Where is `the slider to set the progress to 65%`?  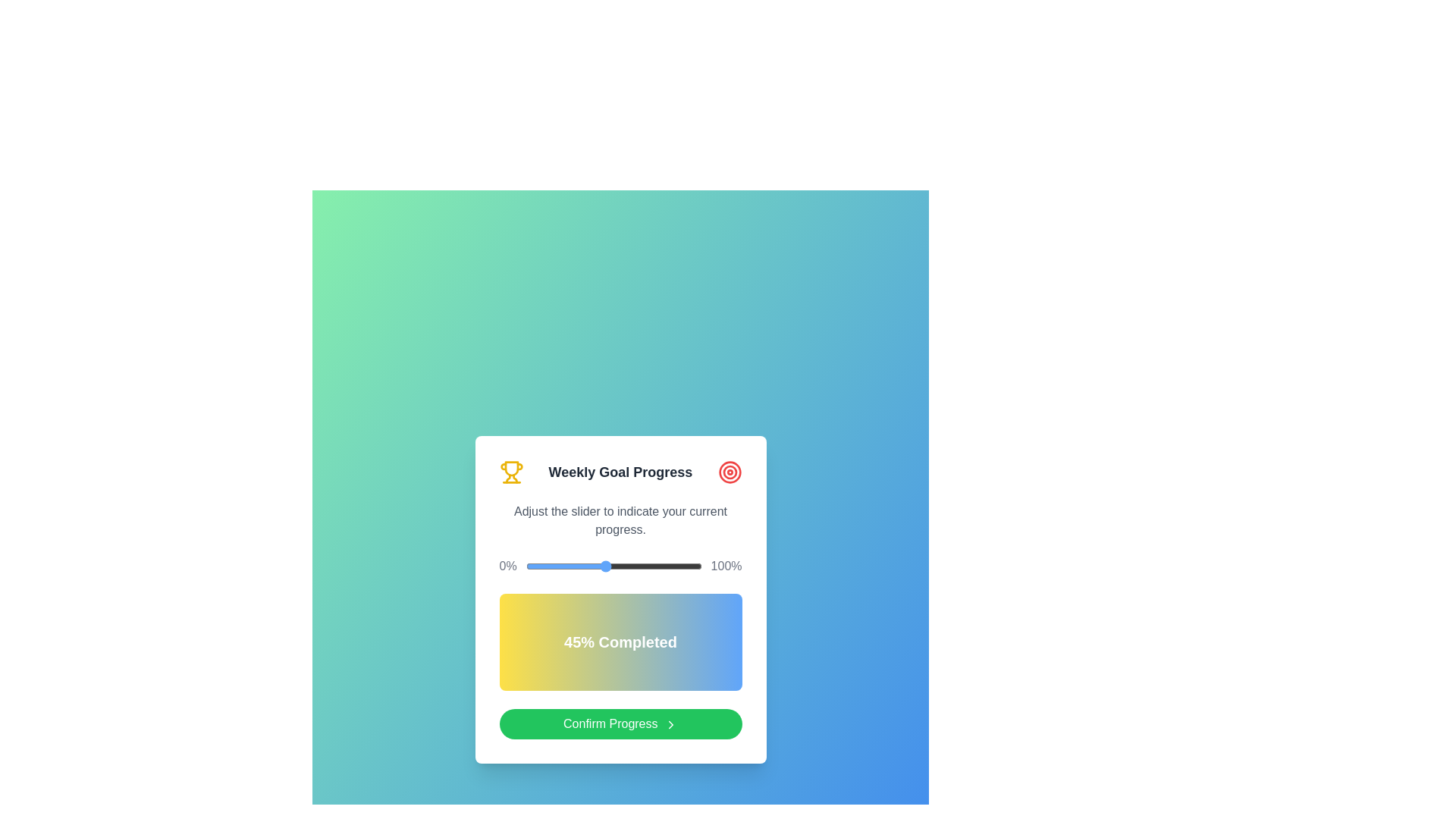
the slider to set the progress to 65% is located at coordinates (640, 566).